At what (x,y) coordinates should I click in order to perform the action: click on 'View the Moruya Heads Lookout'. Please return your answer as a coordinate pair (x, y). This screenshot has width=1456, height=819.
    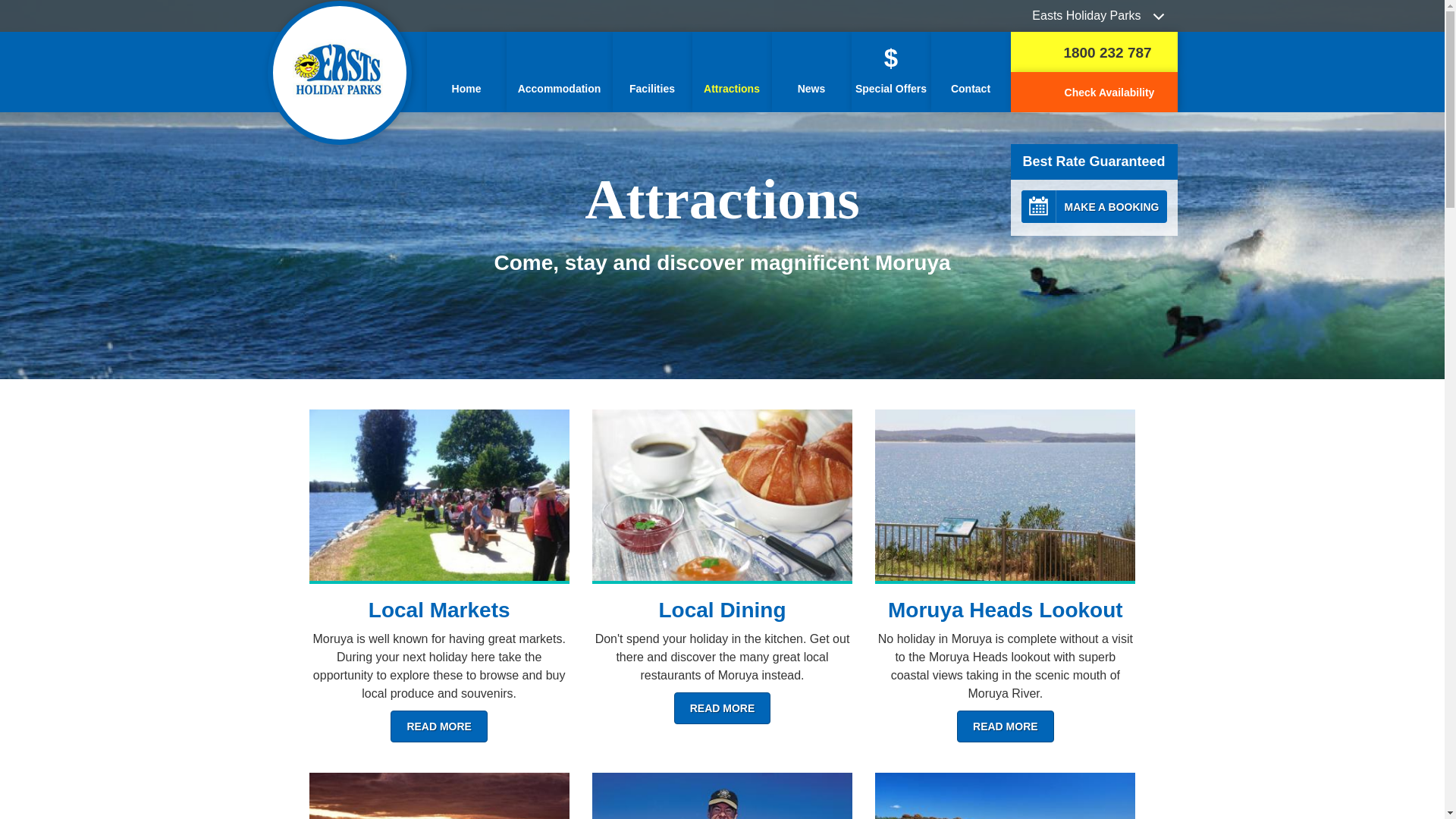
    Looking at the image, I should click on (1005, 497).